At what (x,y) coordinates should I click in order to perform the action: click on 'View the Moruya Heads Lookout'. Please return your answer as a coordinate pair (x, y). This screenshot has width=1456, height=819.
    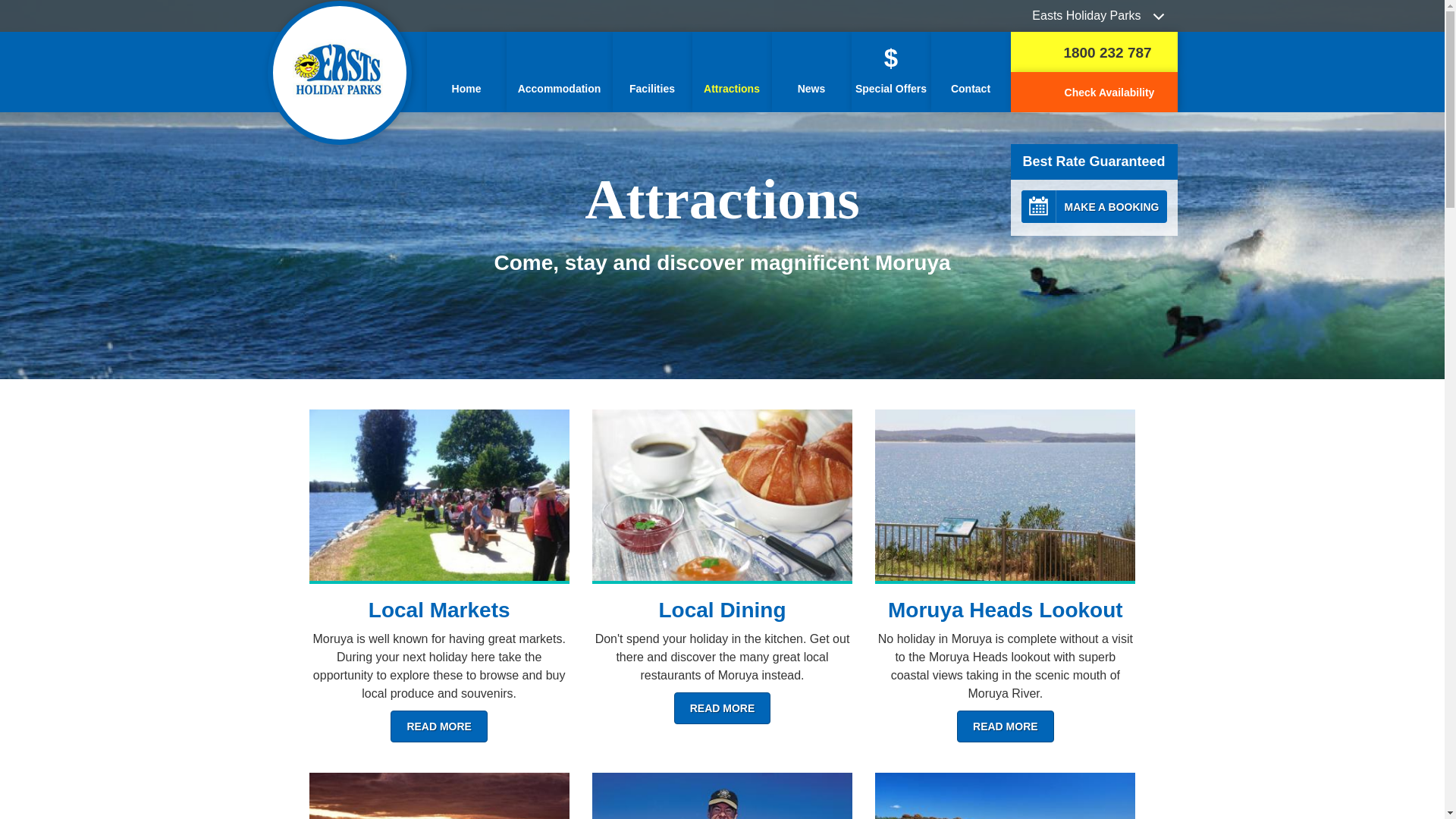
    Looking at the image, I should click on (1005, 497).